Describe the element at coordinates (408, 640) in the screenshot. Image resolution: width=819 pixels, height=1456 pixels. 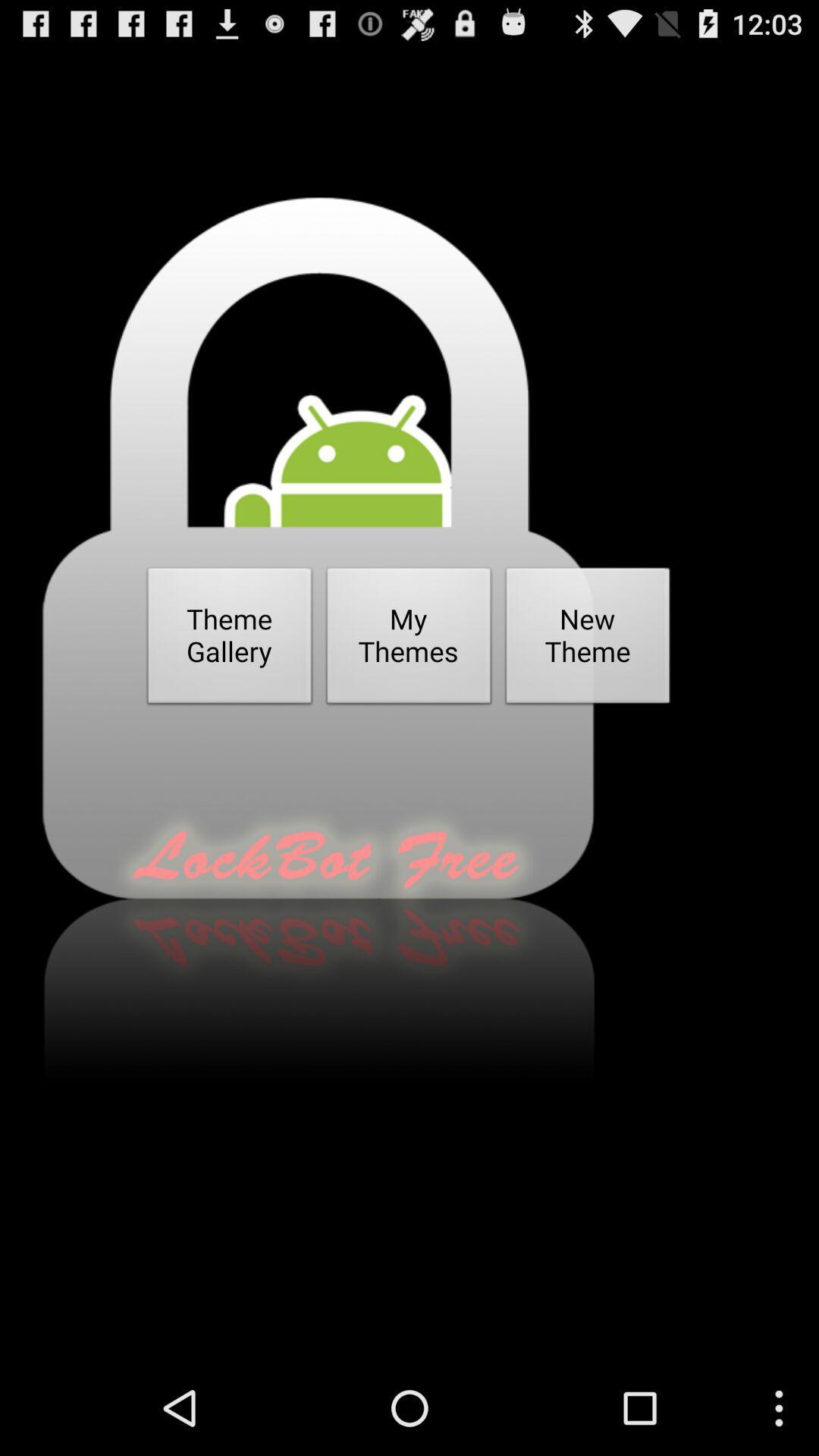
I see `the my themes` at that location.